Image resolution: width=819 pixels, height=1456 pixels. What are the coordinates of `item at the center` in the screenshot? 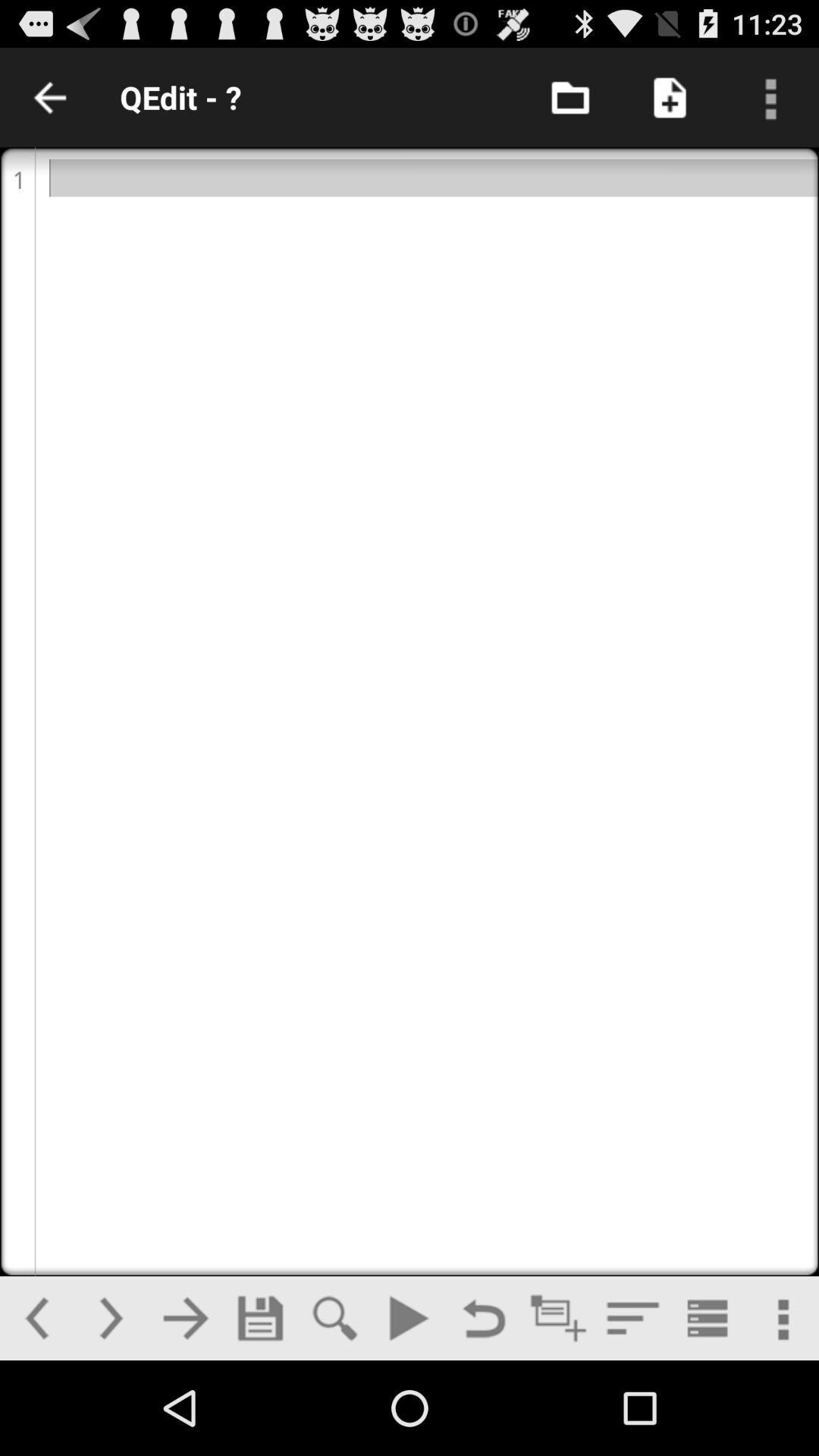 It's located at (409, 711).